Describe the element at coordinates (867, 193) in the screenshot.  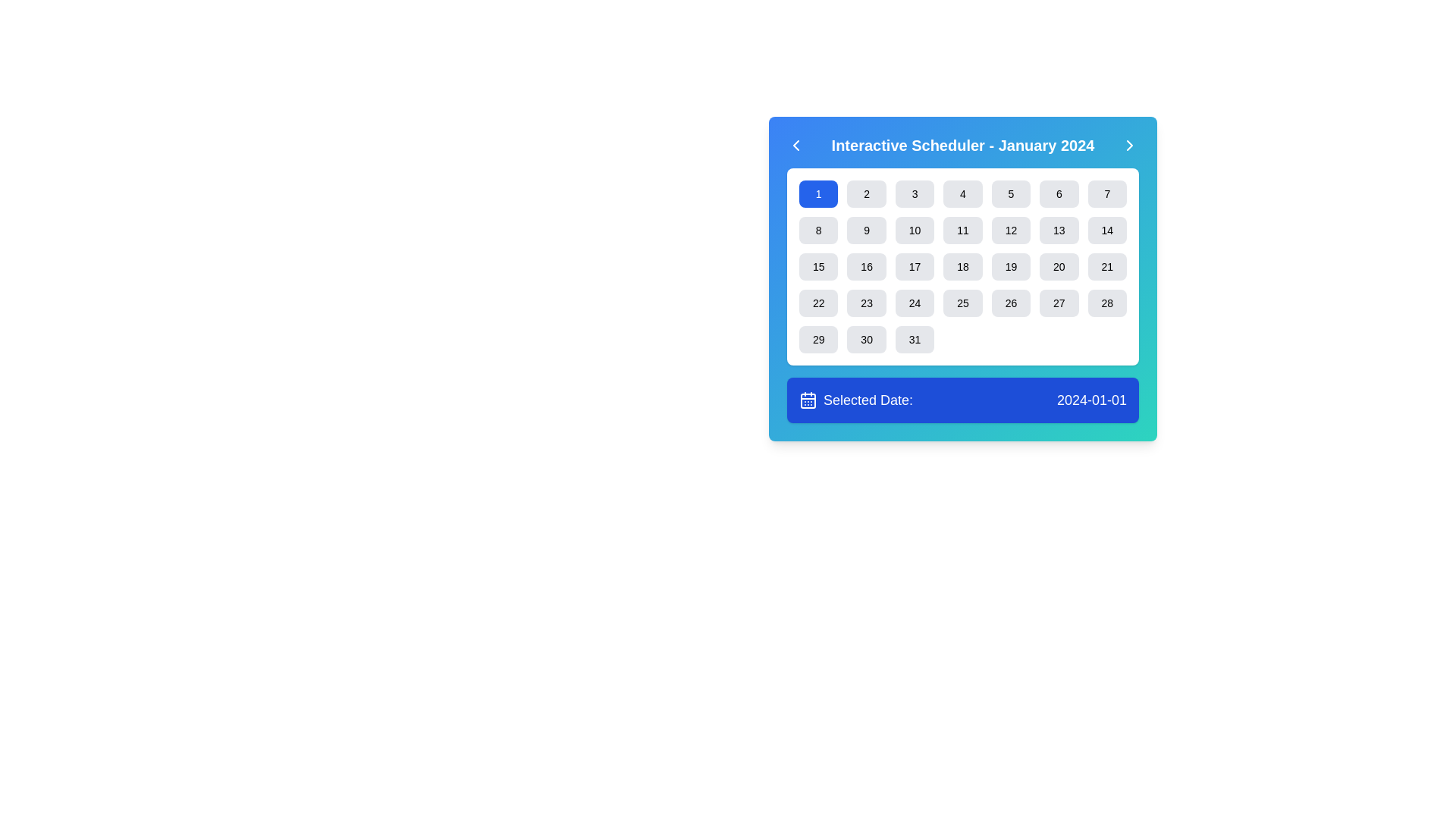
I see `the button labeled '2' in the topmost row of the calendar grid` at that location.